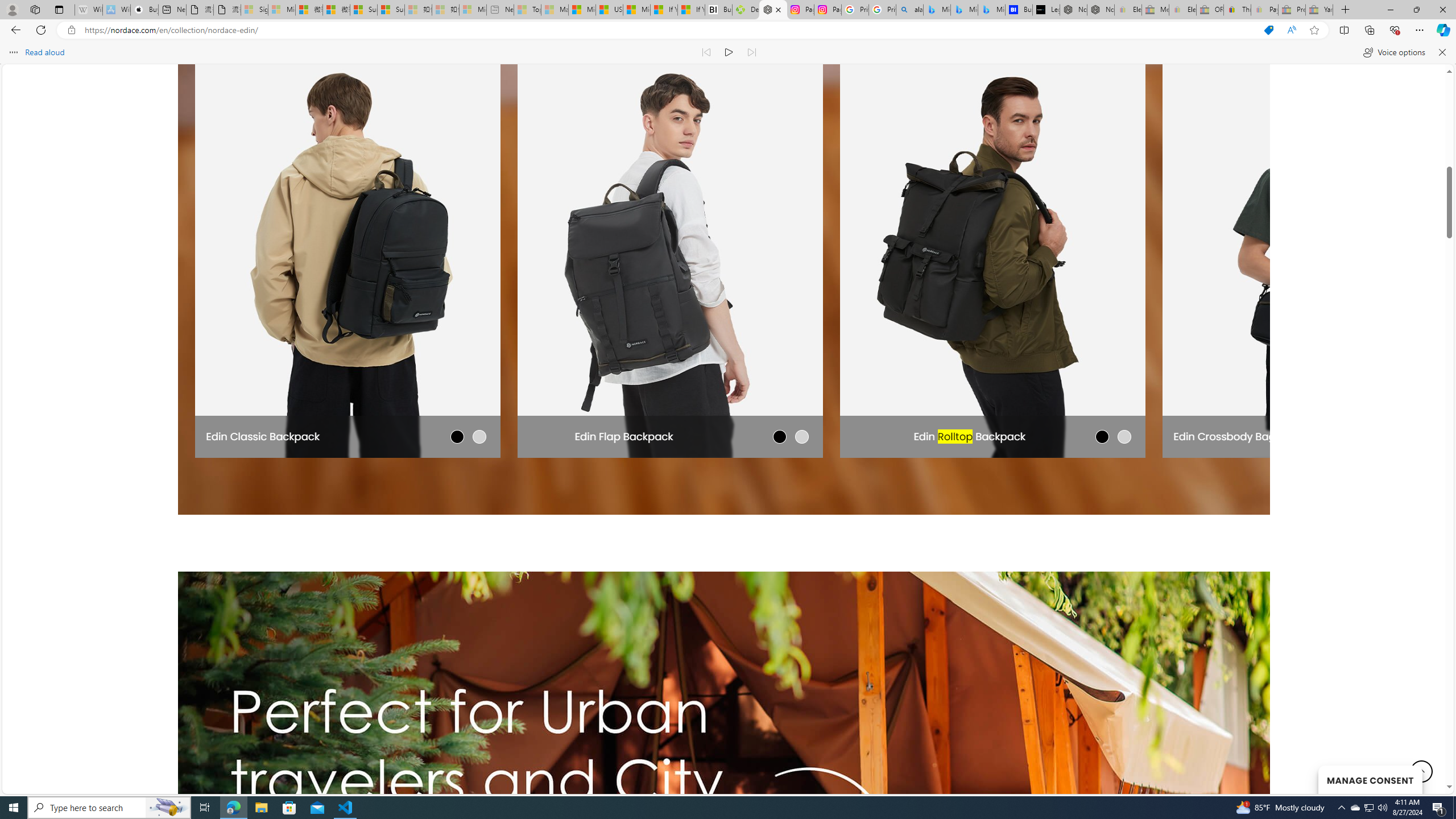 This screenshot has height=819, width=1456. Describe the element at coordinates (909, 9) in the screenshot. I see `'alabama high school quarterback dies - Search'` at that location.